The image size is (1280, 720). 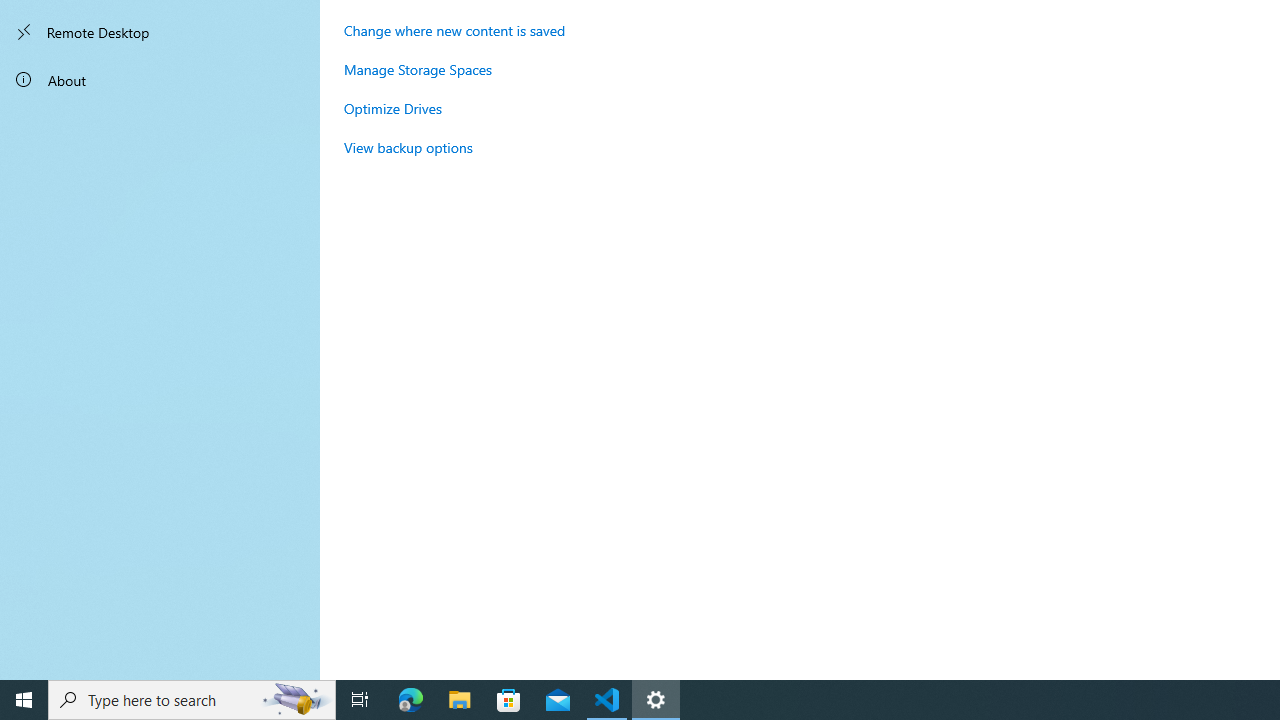 I want to click on 'Change where new content is saved', so click(x=454, y=30).